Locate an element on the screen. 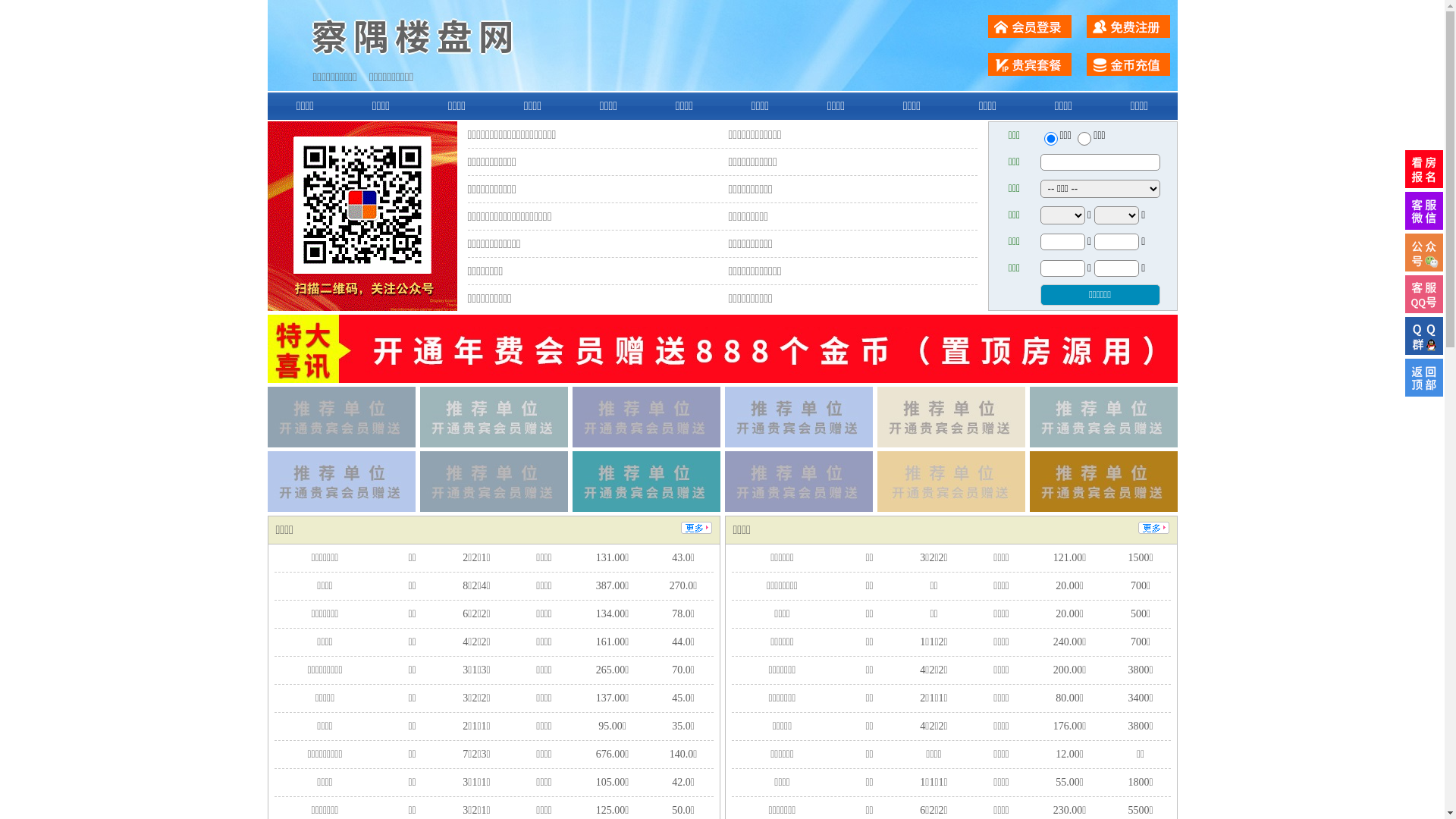 This screenshot has height=819, width=1456. 'chuzu' is located at coordinates (1084, 138).